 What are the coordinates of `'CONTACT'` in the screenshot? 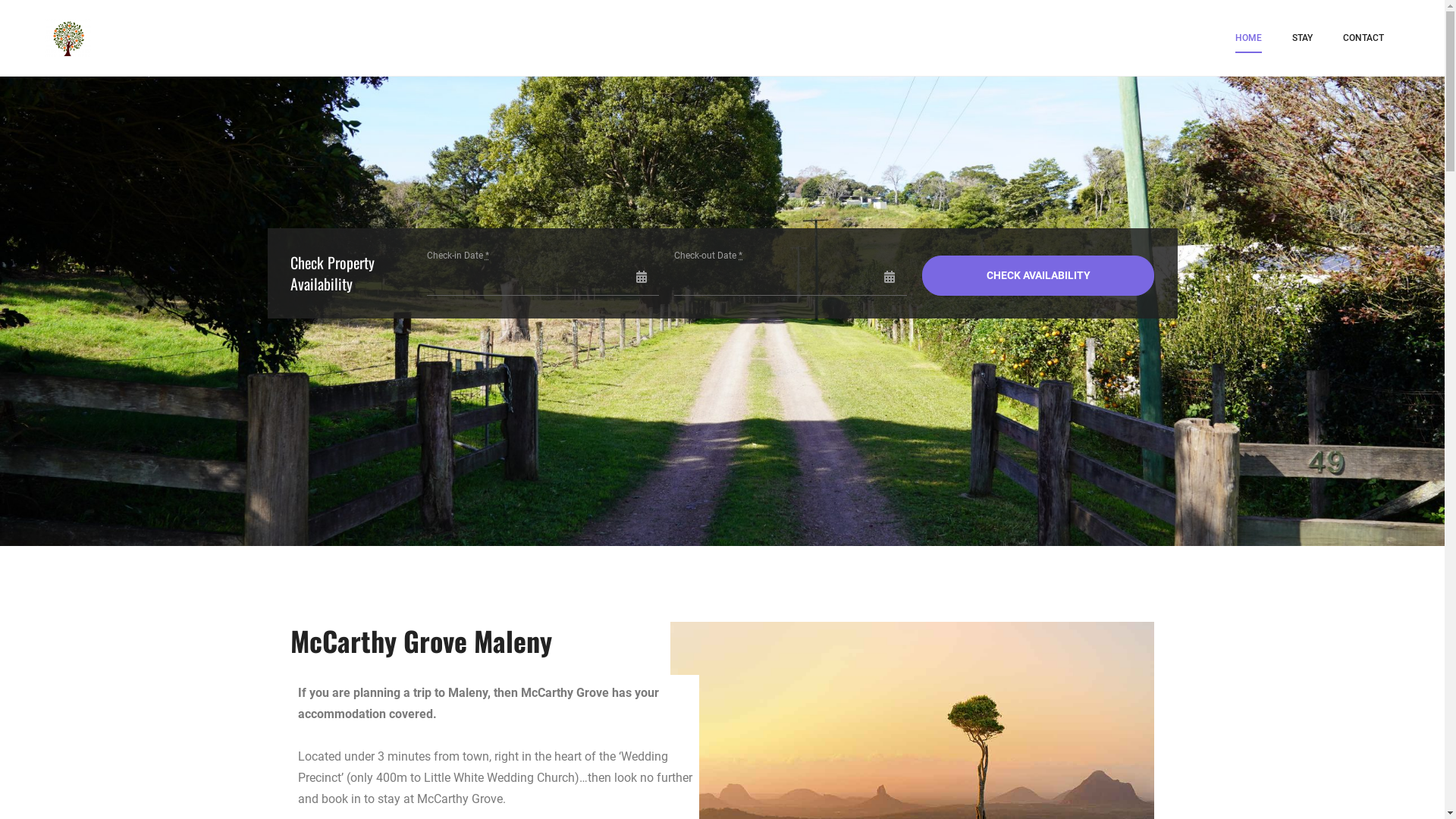 It's located at (1363, 37).